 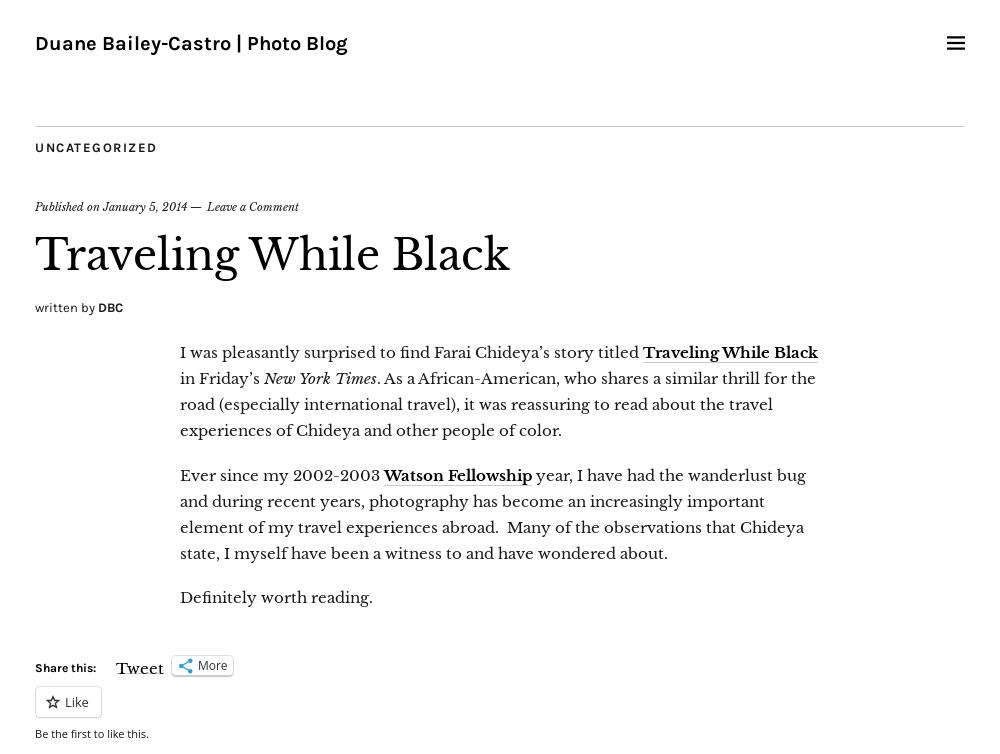 I want to click on '. As a African-American, who shares a similar thrill for the road (especially international travel), it was reassuring to read about the travel experiences of Chideya and other people of color.', so click(x=497, y=404).